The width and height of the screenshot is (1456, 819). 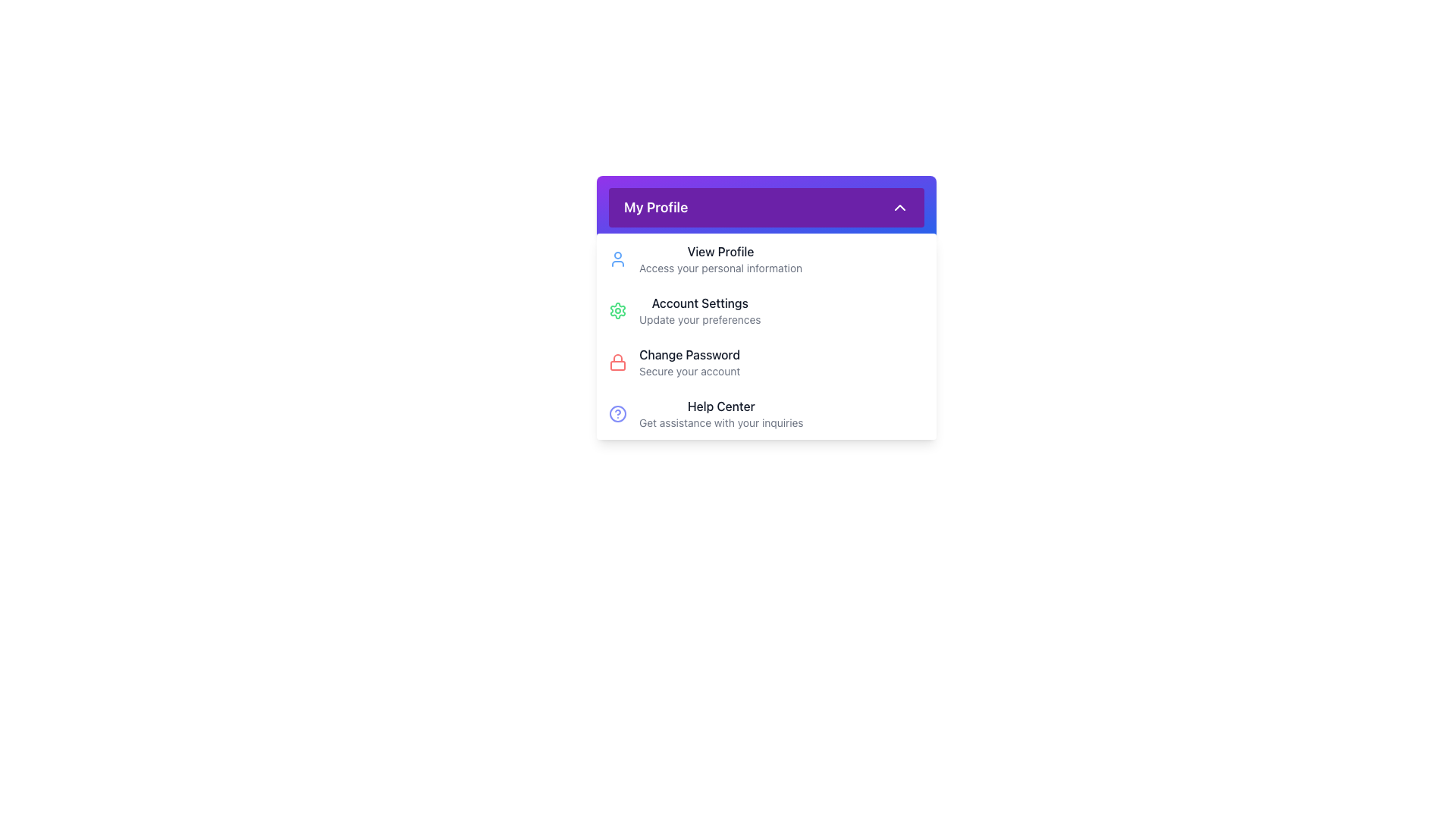 I want to click on the red lock icon, which is a minimalist SVG graphic located to the left of the 'Change Password Secure your account' text in the dropdown panel, so click(x=618, y=362).